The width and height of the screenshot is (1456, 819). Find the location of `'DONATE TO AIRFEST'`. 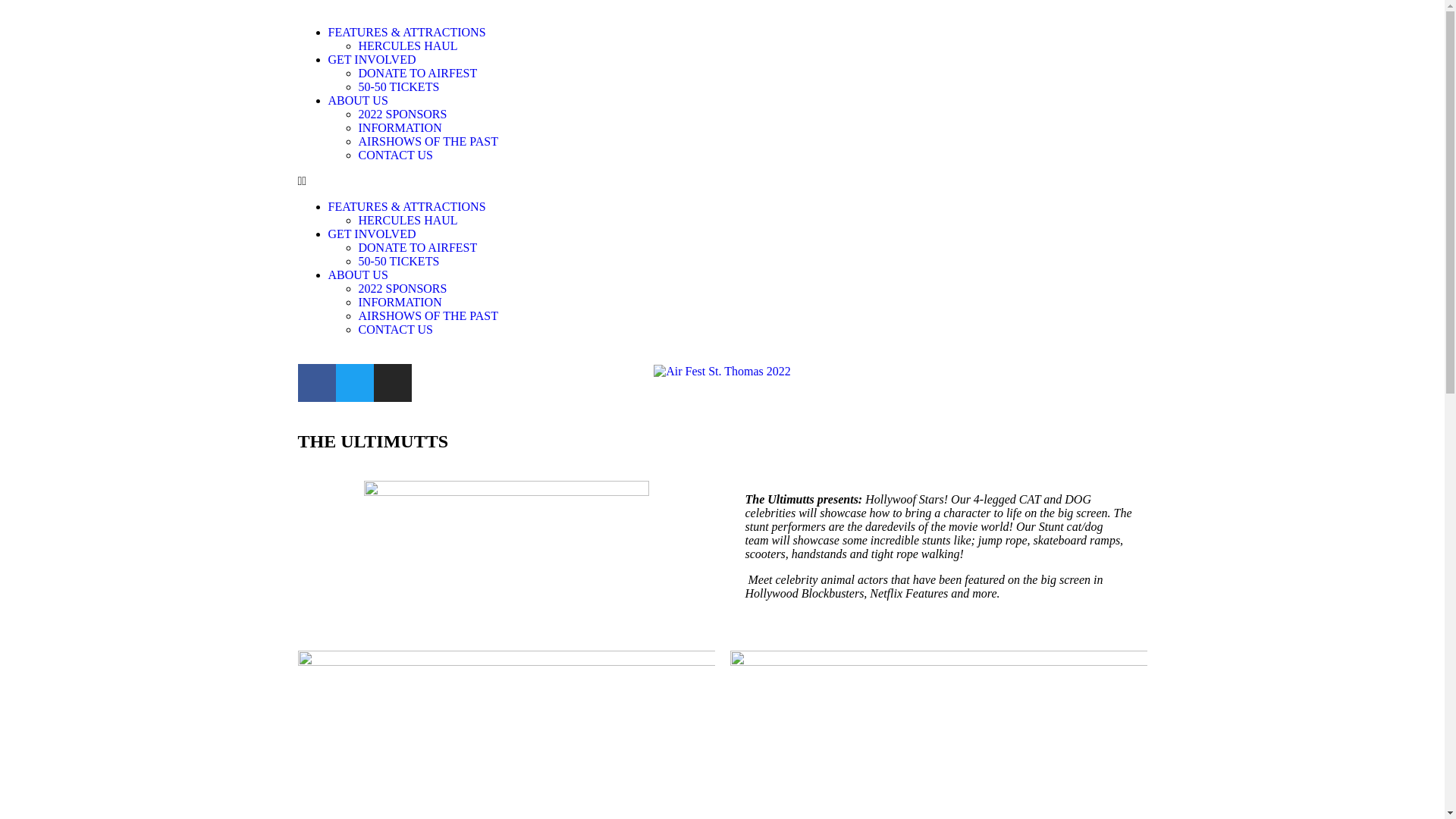

'DONATE TO AIRFEST' is located at coordinates (417, 73).